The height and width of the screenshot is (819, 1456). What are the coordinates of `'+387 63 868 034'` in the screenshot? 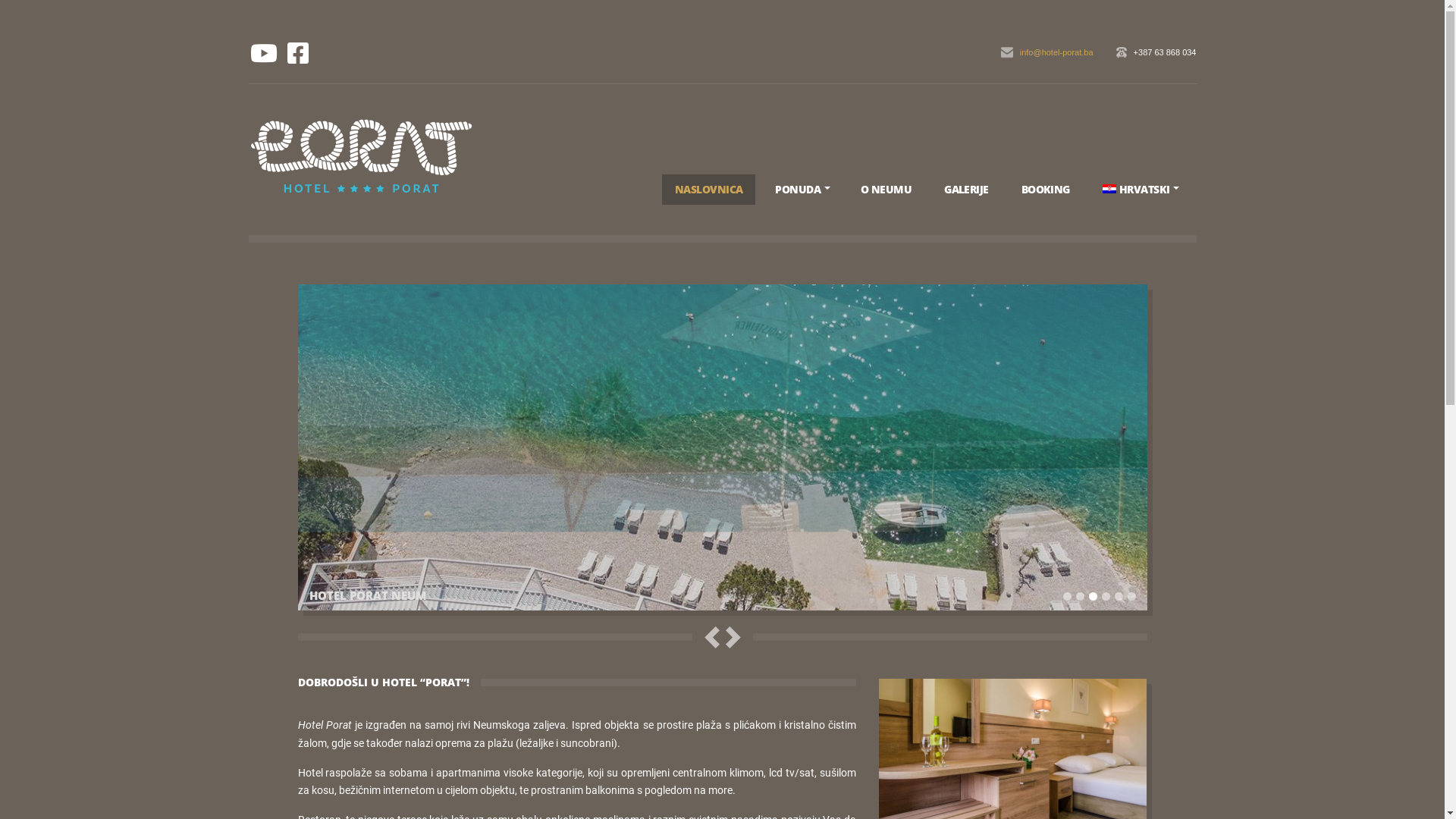 It's located at (1154, 52).